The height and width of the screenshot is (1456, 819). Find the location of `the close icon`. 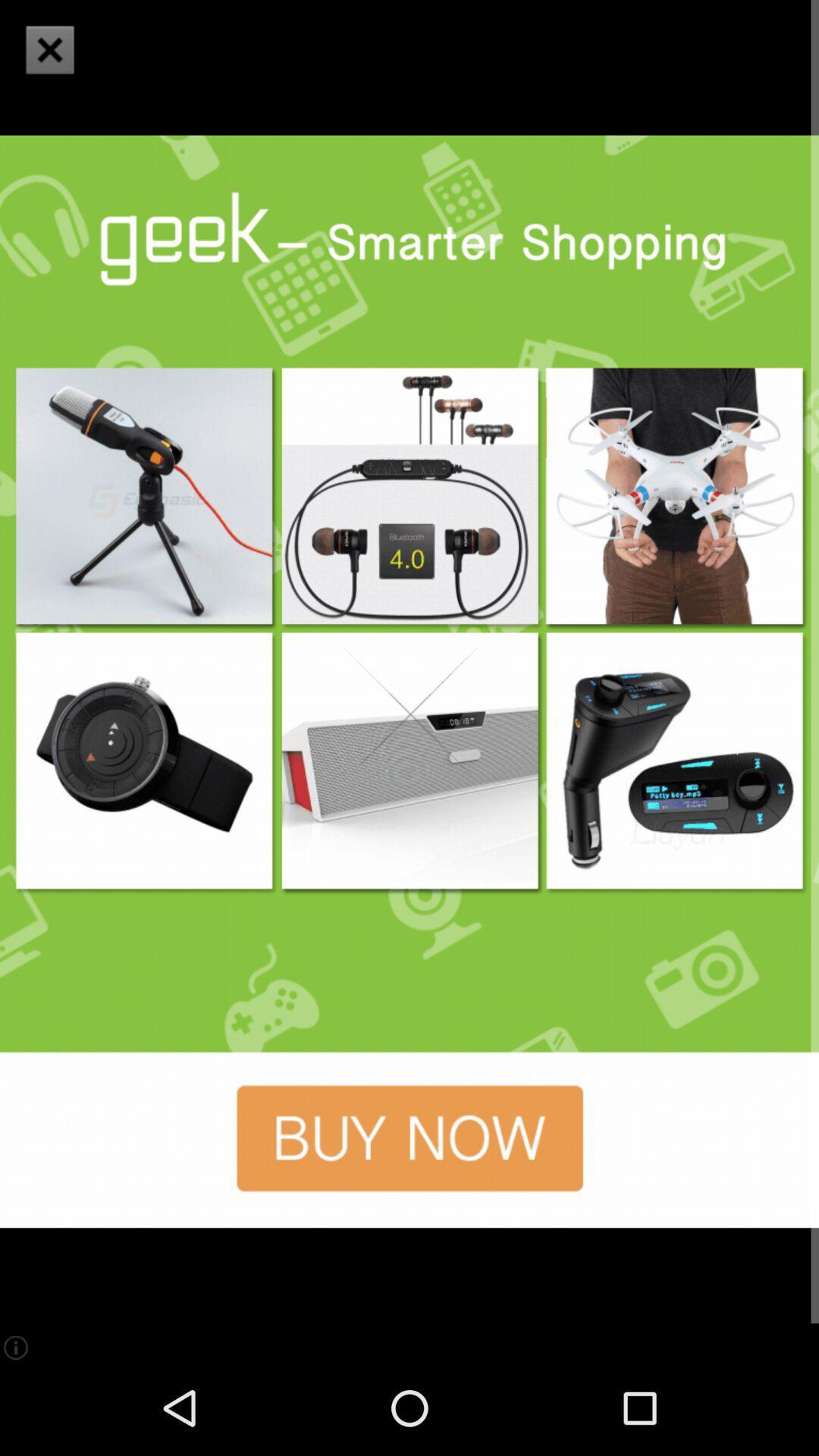

the close icon is located at coordinates (49, 53).